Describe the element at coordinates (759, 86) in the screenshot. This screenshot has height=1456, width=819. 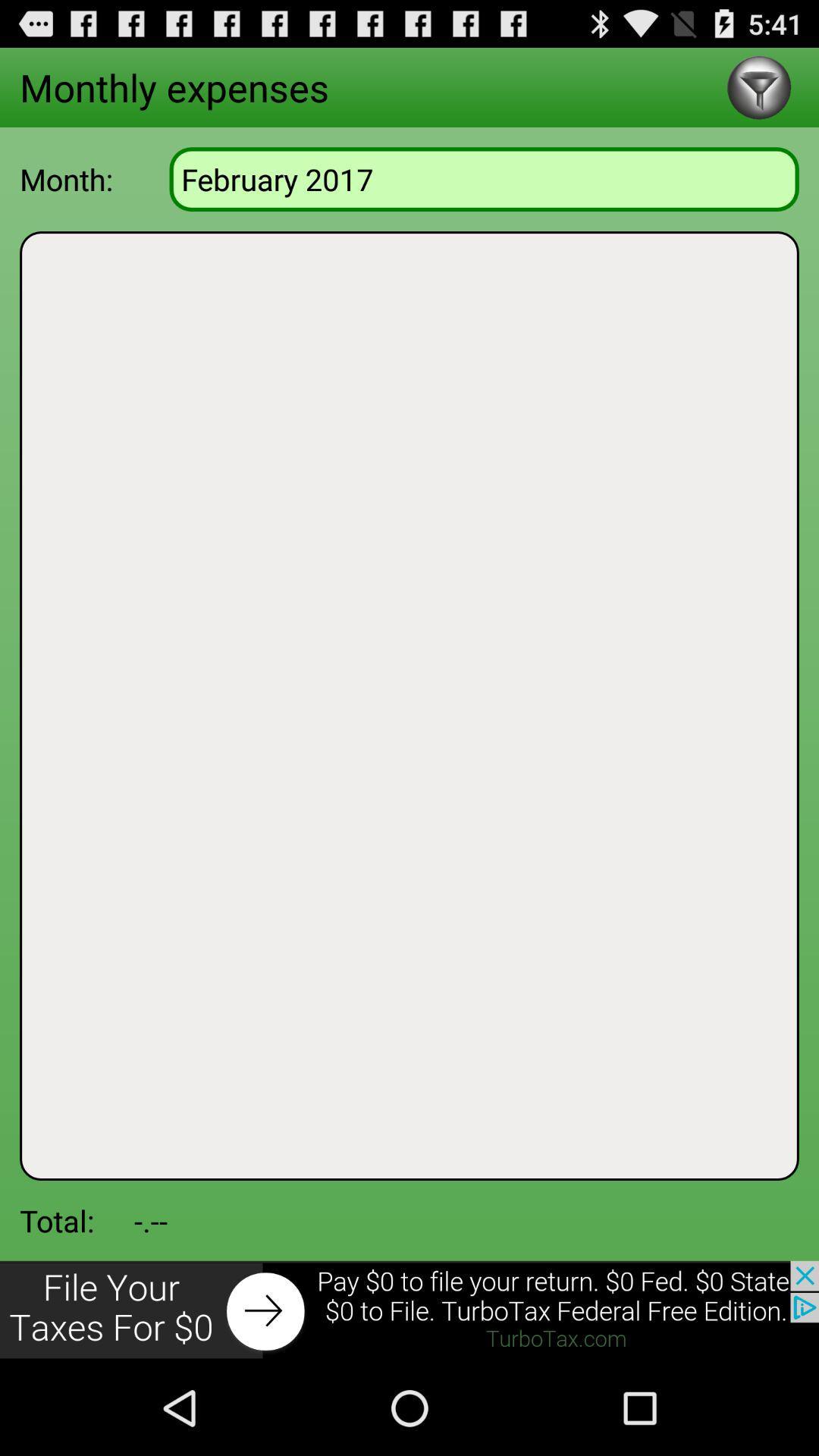
I see `information option` at that location.